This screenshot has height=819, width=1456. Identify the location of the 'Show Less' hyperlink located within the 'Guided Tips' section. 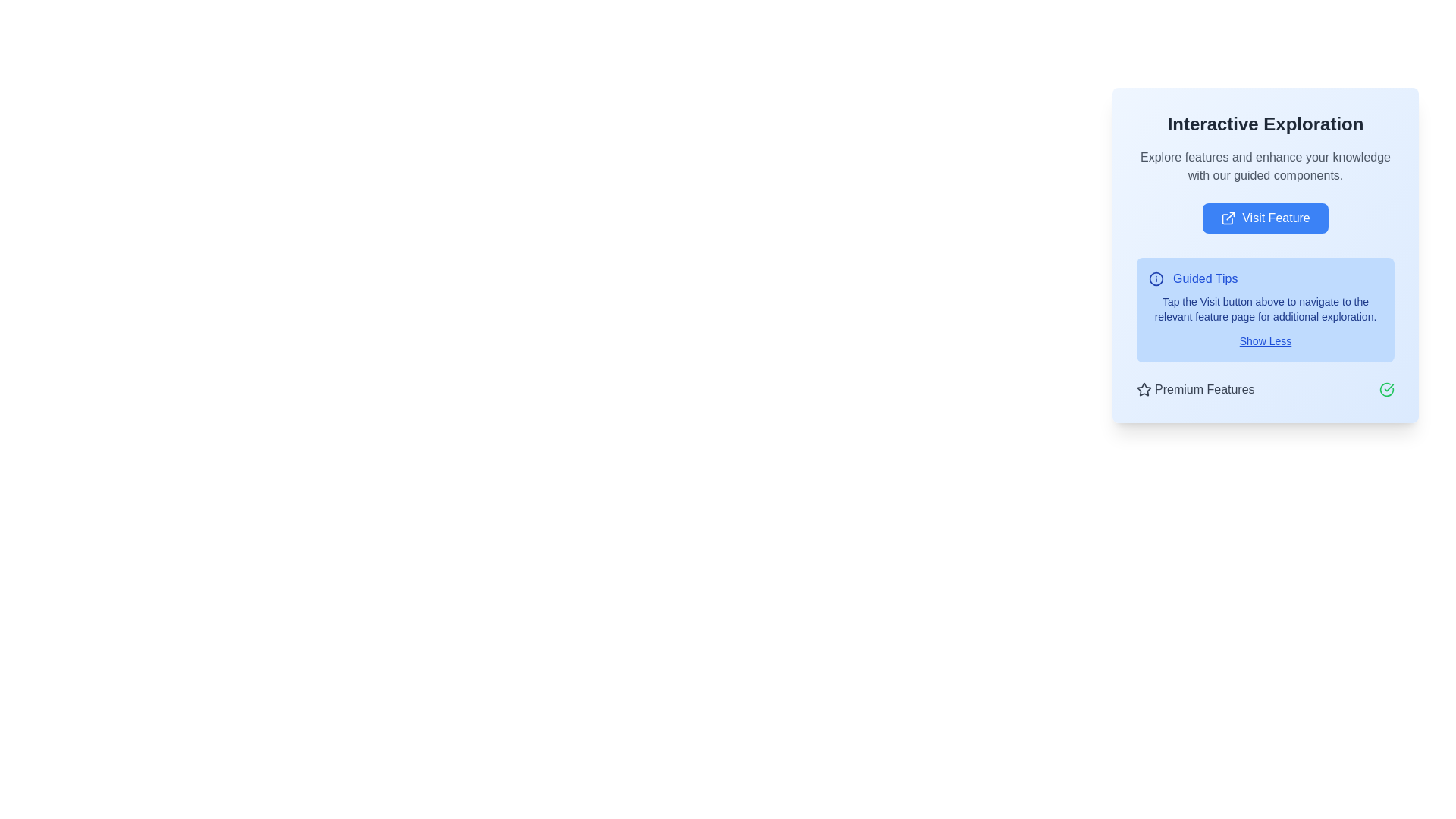
(1266, 341).